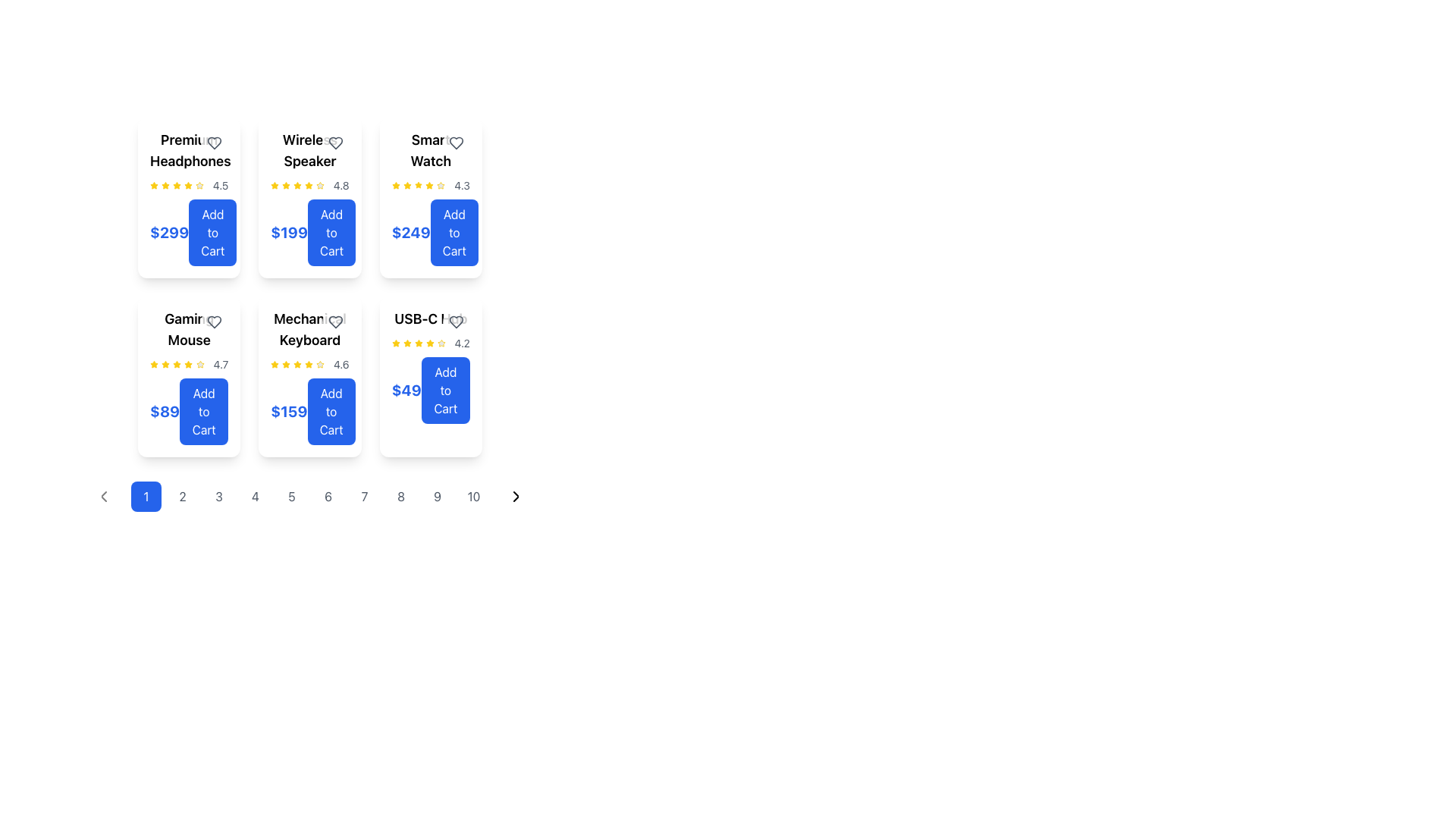 This screenshot has height=819, width=1456. Describe the element at coordinates (275, 365) in the screenshot. I see `the first star icon representing a high rating of '4.6' in the 'Mechanical Keyboard' item card located in the second row of product cards` at that location.